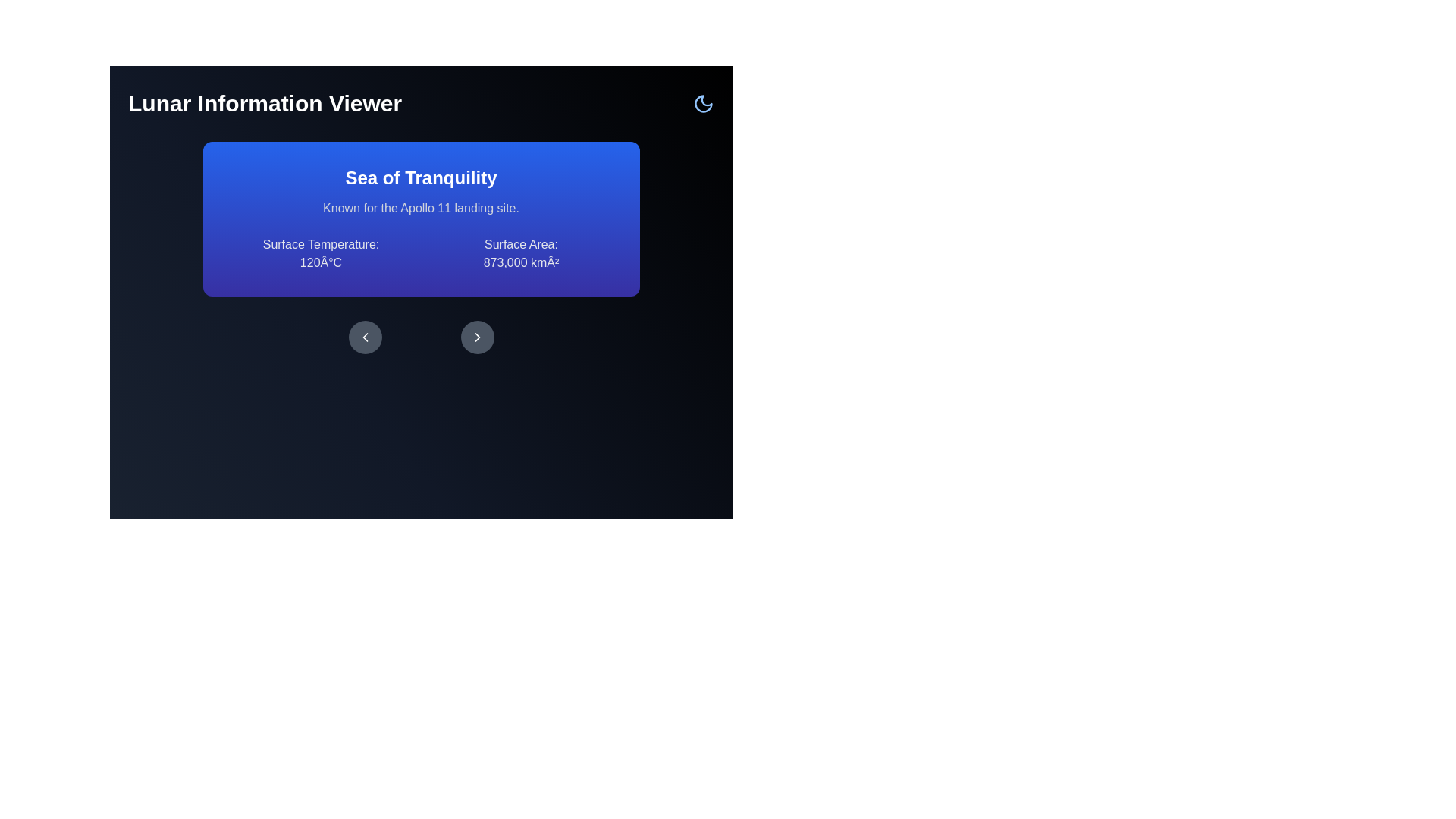 The width and height of the screenshot is (1456, 819). I want to click on text element displaying 'Surface Temperature: 120°C' located in the left column of a two-column grid layout, so click(320, 253).